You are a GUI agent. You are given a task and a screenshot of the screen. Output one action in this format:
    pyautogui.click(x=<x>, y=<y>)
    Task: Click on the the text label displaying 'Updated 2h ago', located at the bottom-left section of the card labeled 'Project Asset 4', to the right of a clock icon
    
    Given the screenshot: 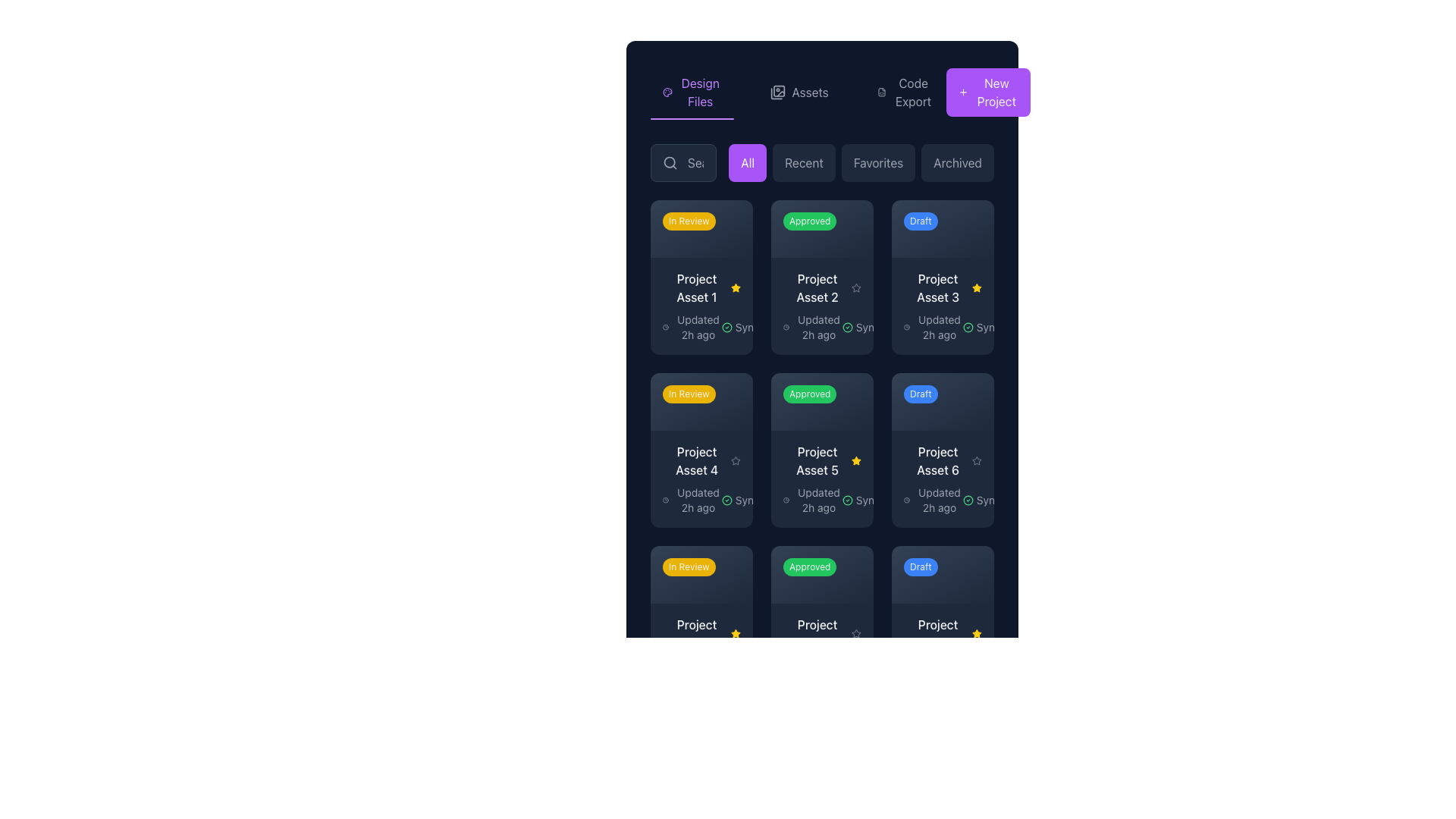 What is the action you would take?
    pyautogui.click(x=698, y=500)
    